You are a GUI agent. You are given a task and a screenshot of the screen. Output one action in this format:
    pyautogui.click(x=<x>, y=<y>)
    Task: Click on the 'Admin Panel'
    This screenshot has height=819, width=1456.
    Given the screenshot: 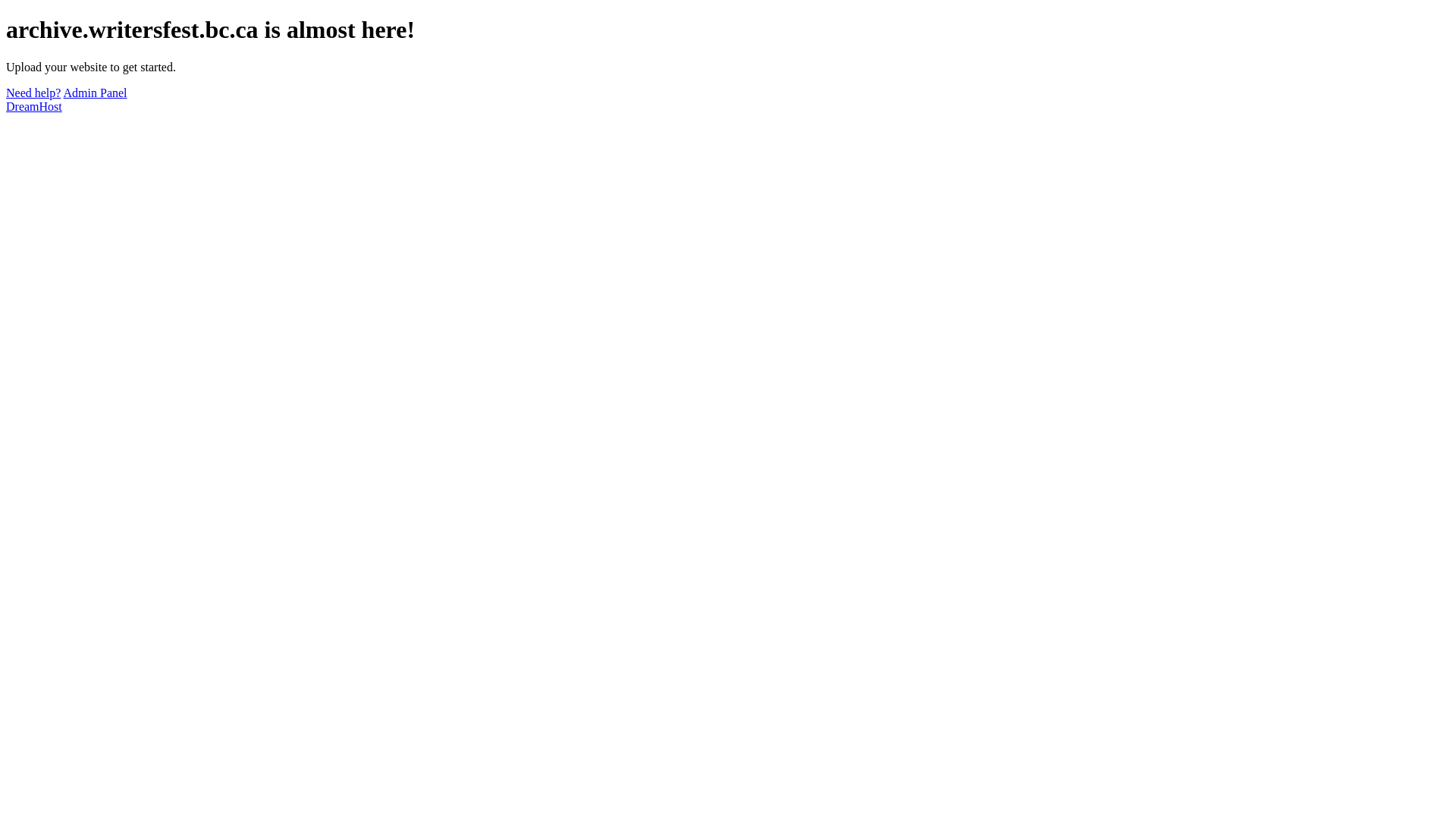 What is the action you would take?
    pyautogui.click(x=94, y=93)
    